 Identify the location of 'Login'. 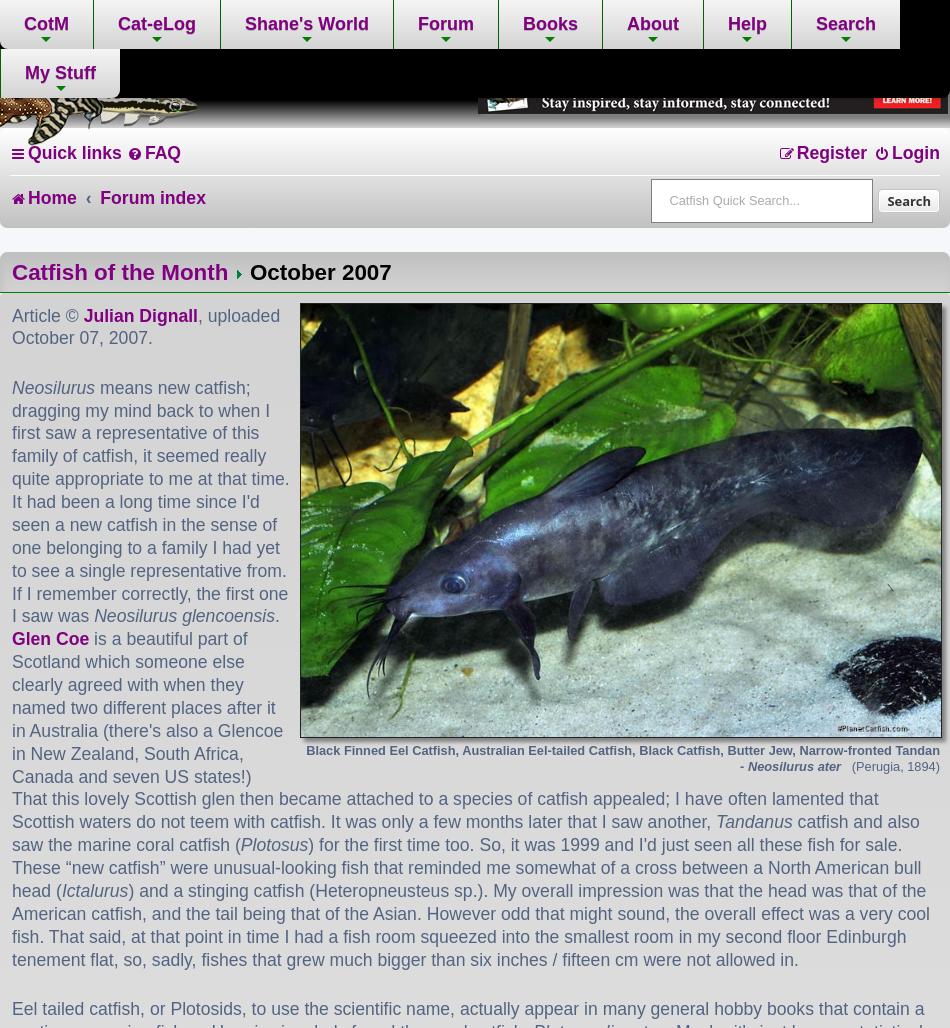
(890, 152).